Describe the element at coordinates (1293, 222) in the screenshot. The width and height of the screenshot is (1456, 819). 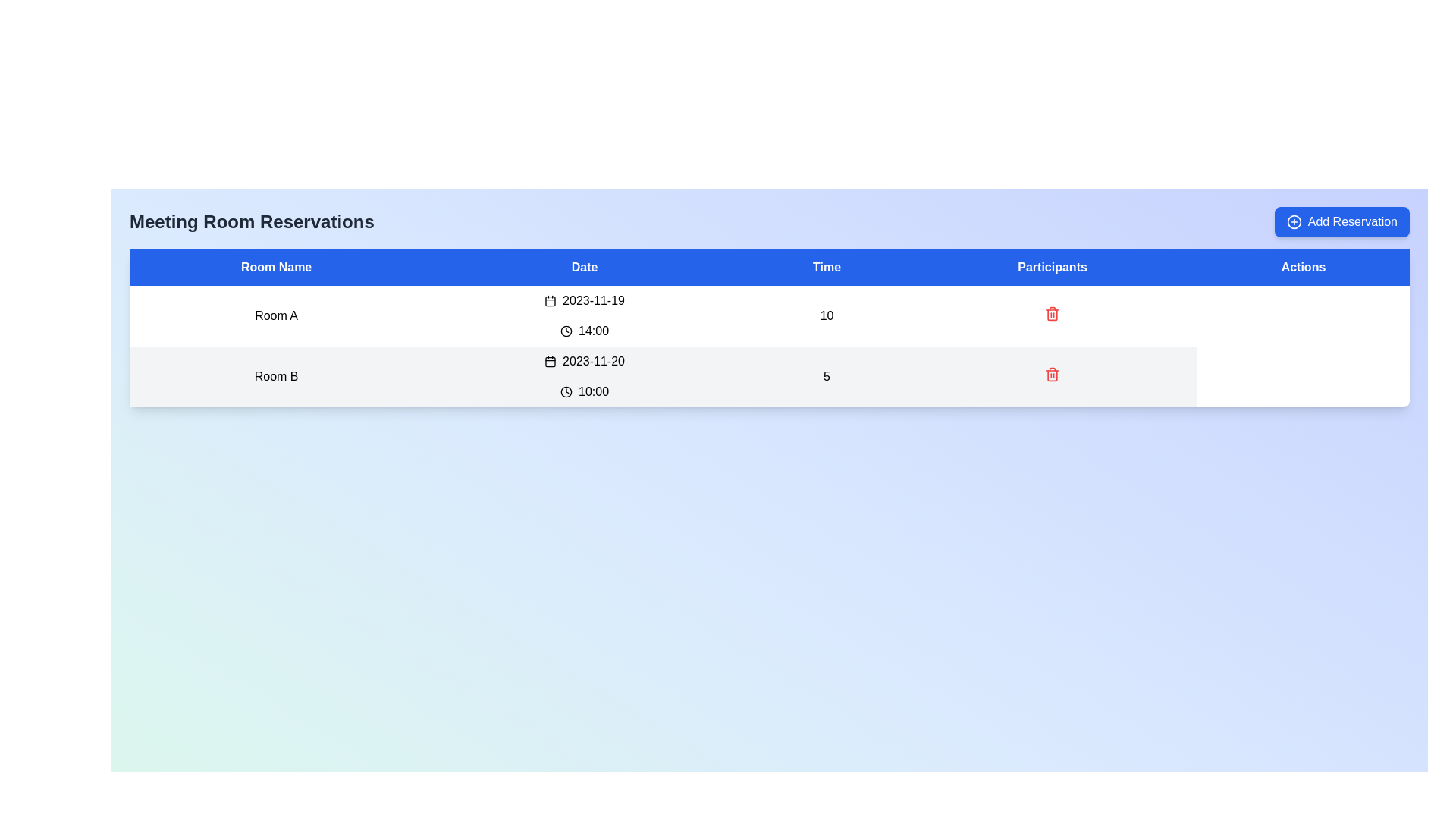
I see `the Decorative icon with a blue background and white plus symbol, which is located inside the button labeled 'Add Reservation' in the top-right corner of the interface` at that location.